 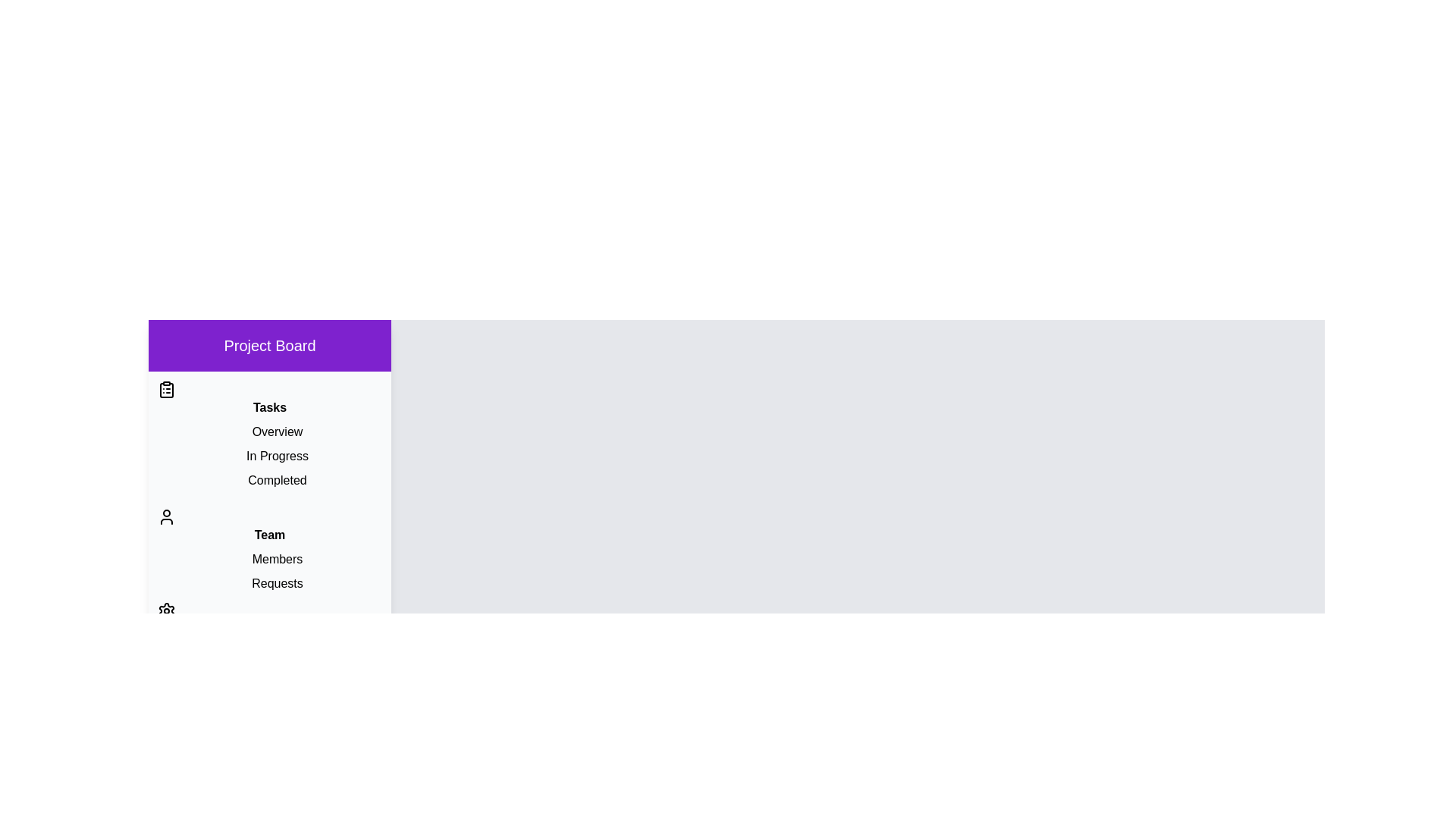 What do you see at coordinates (269, 432) in the screenshot?
I see `the item Overview in the section Tasks` at bounding box center [269, 432].